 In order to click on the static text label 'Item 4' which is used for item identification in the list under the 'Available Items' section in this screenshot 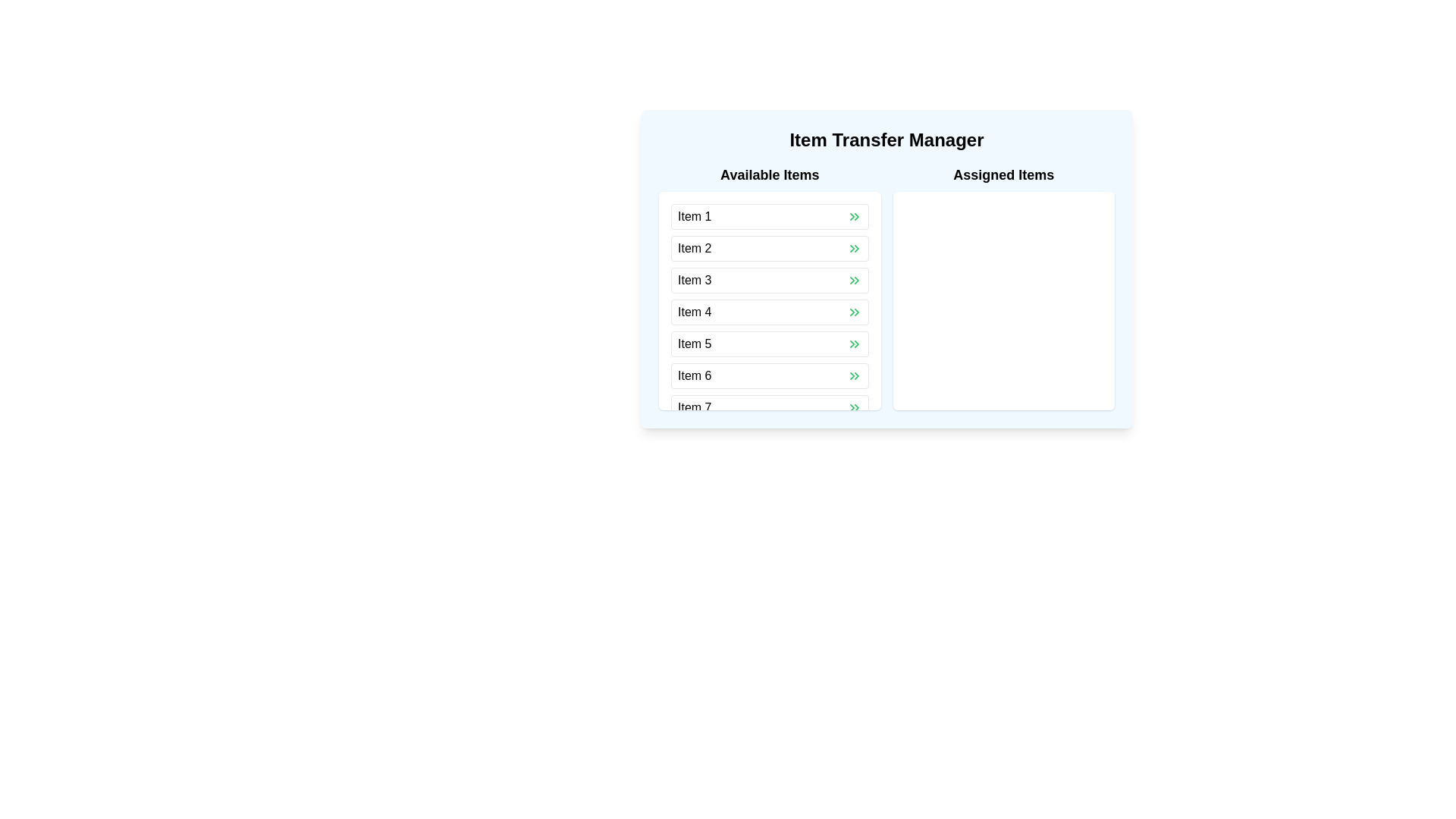, I will do `click(694, 312)`.